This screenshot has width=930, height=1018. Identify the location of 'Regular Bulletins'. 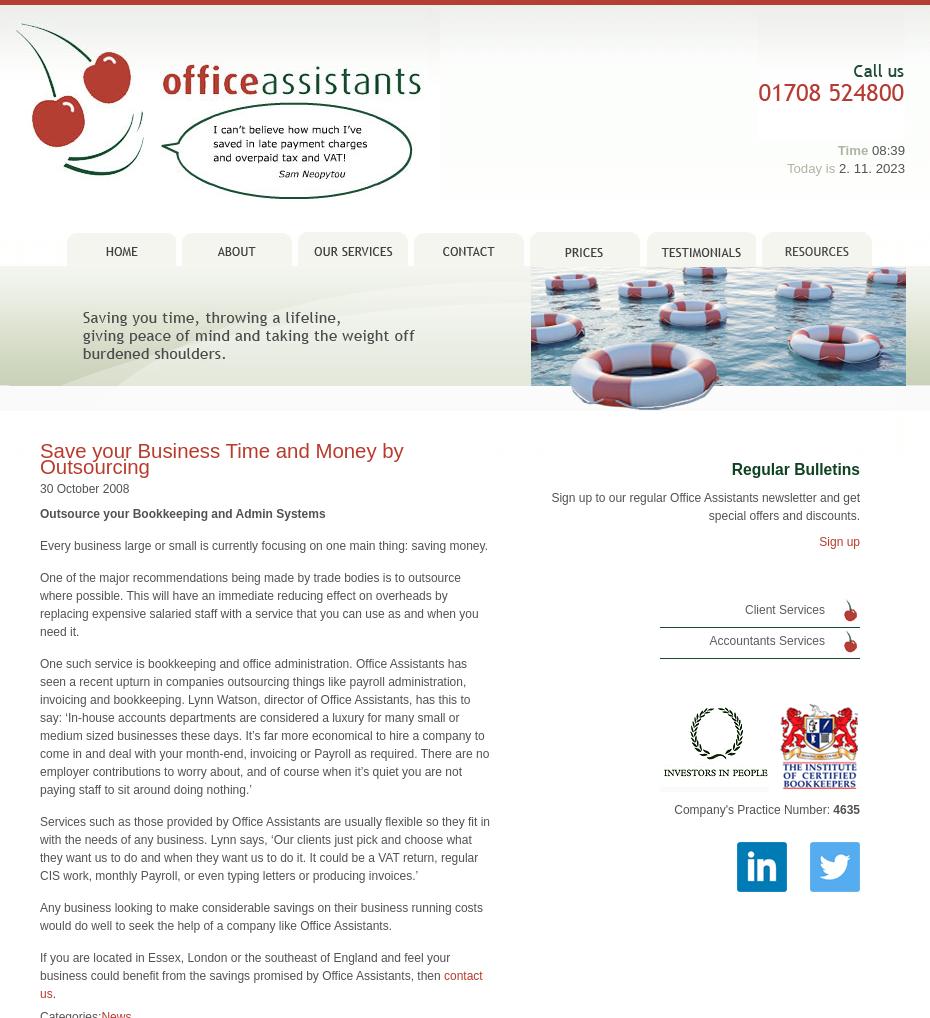
(794, 439).